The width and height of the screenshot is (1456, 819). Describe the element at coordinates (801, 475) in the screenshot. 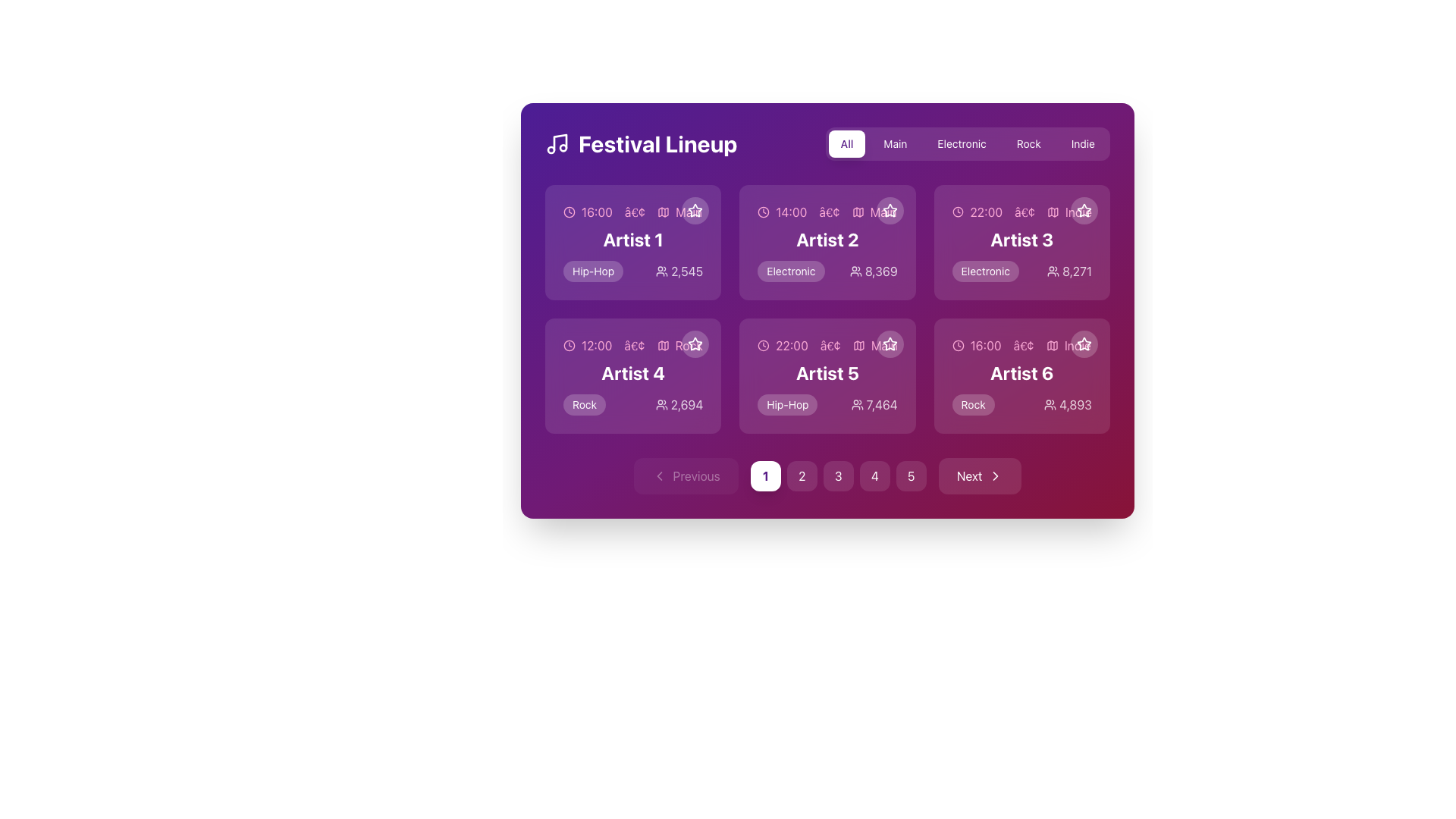

I see `the circular button labeled '2' located centrally at the bottom of the content panel` at that location.